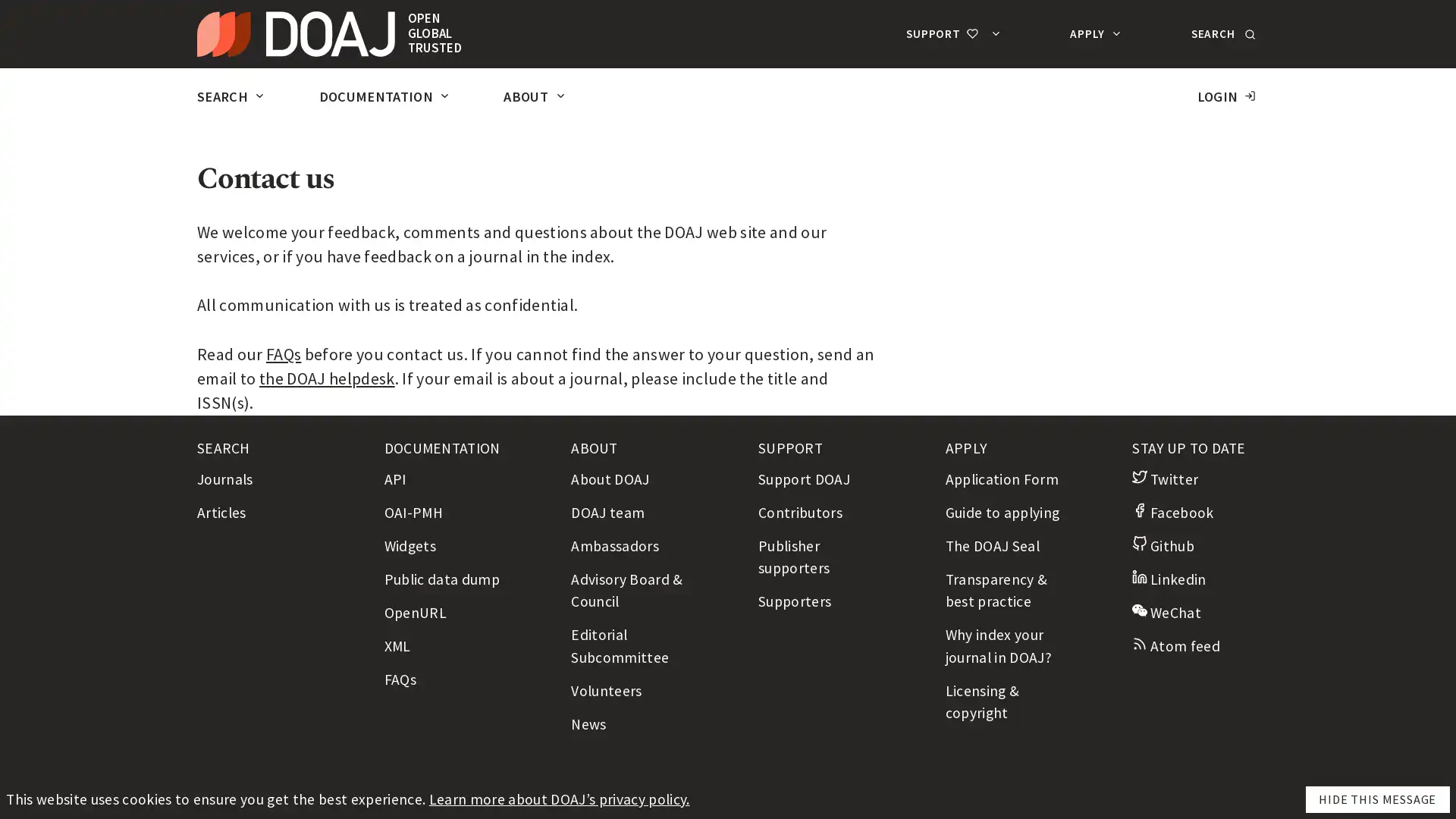 The width and height of the screenshot is (1456, 819). I want to click on WeChat, so click(1166, 610).